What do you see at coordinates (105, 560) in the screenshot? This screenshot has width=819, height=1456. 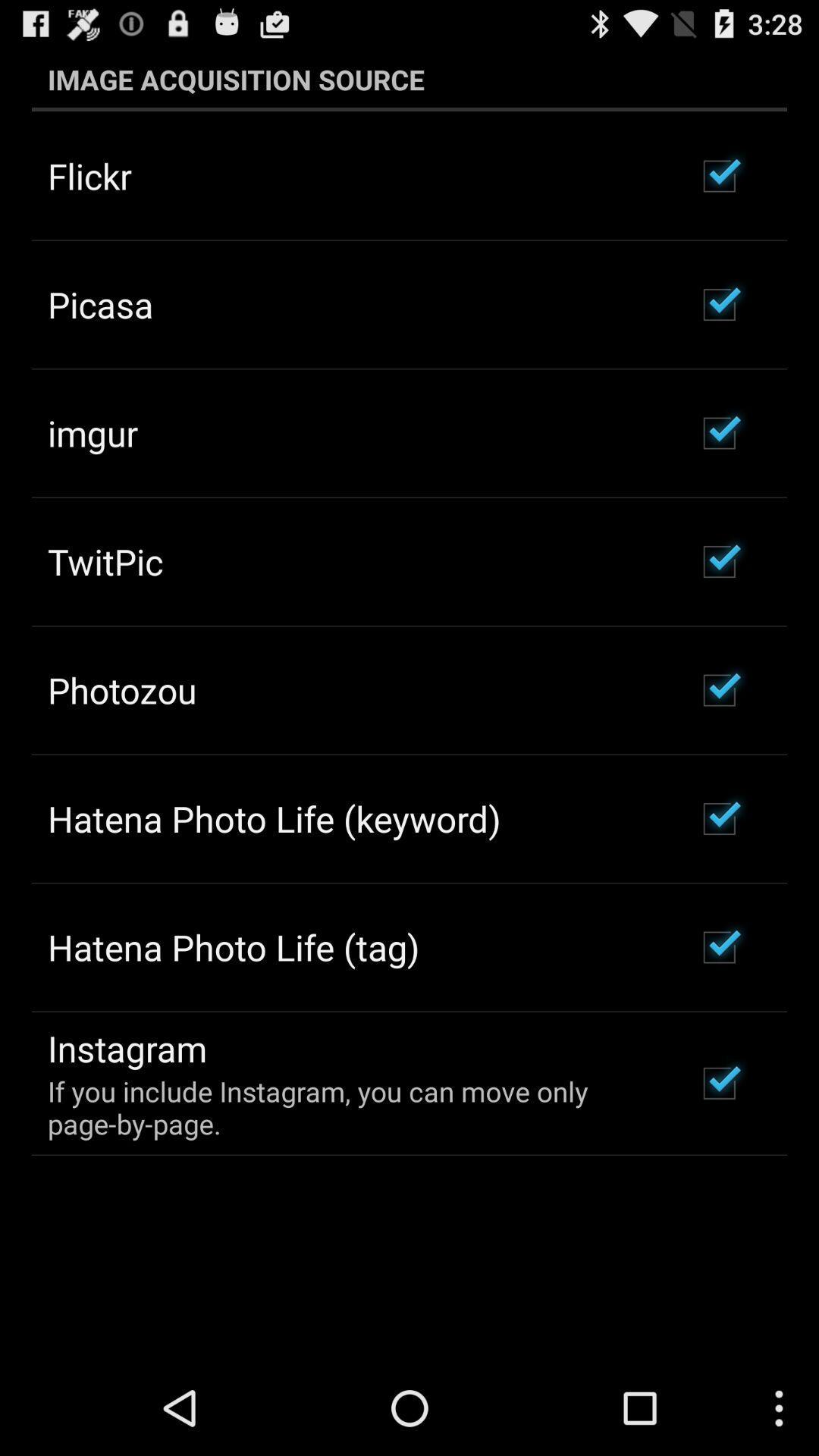 I see `app below imgur item` at bounding box center [105, 560].